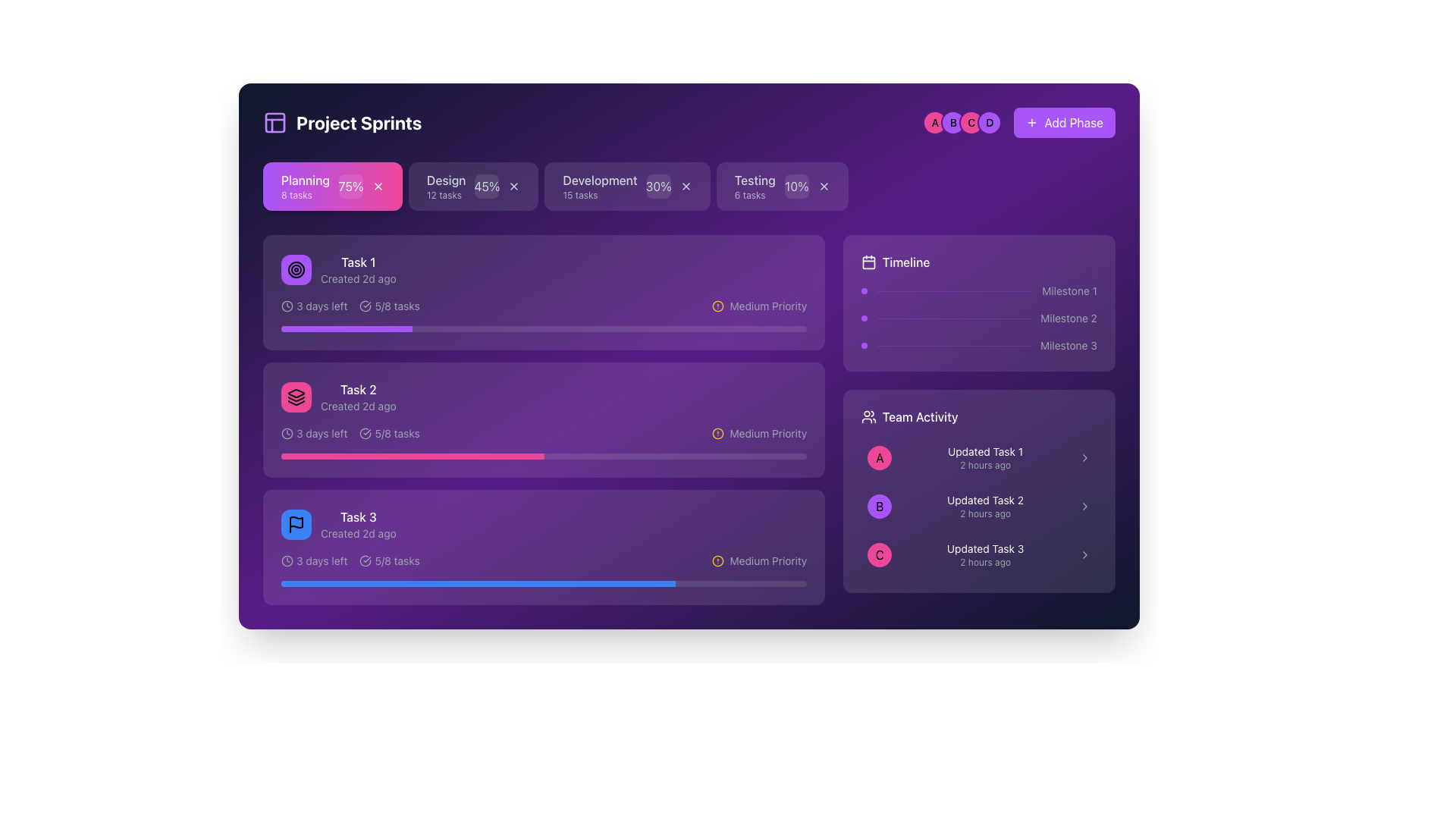  I want to click on displayed text from the medium priority indicator text label located at the right side of the second task card, following the circular warning icon, so click(768, 433).